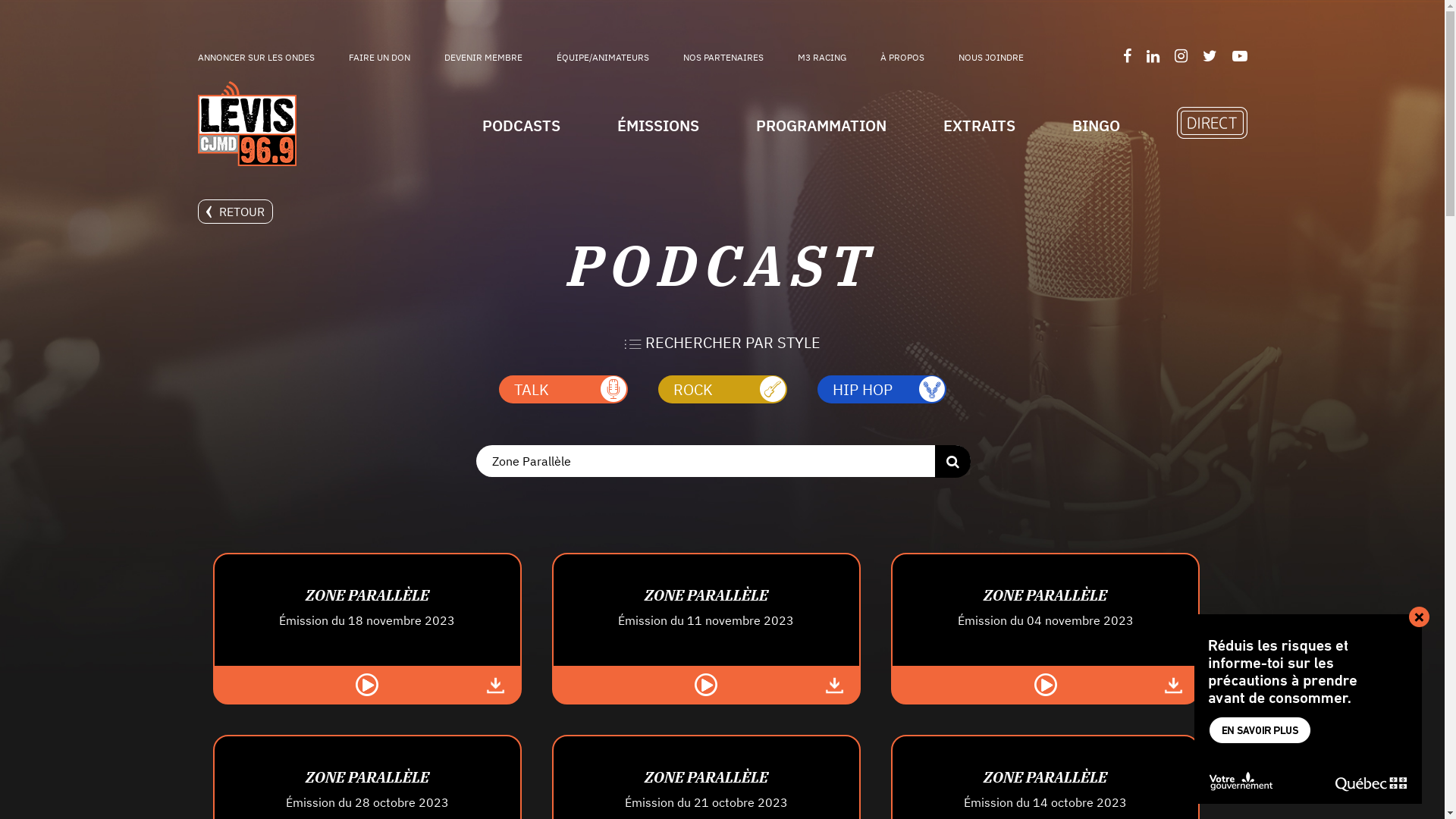  What do you see at coordinates (881, 388) in the screenshot?
I see `'HIP HOP'` at bounding box center [881, 388].